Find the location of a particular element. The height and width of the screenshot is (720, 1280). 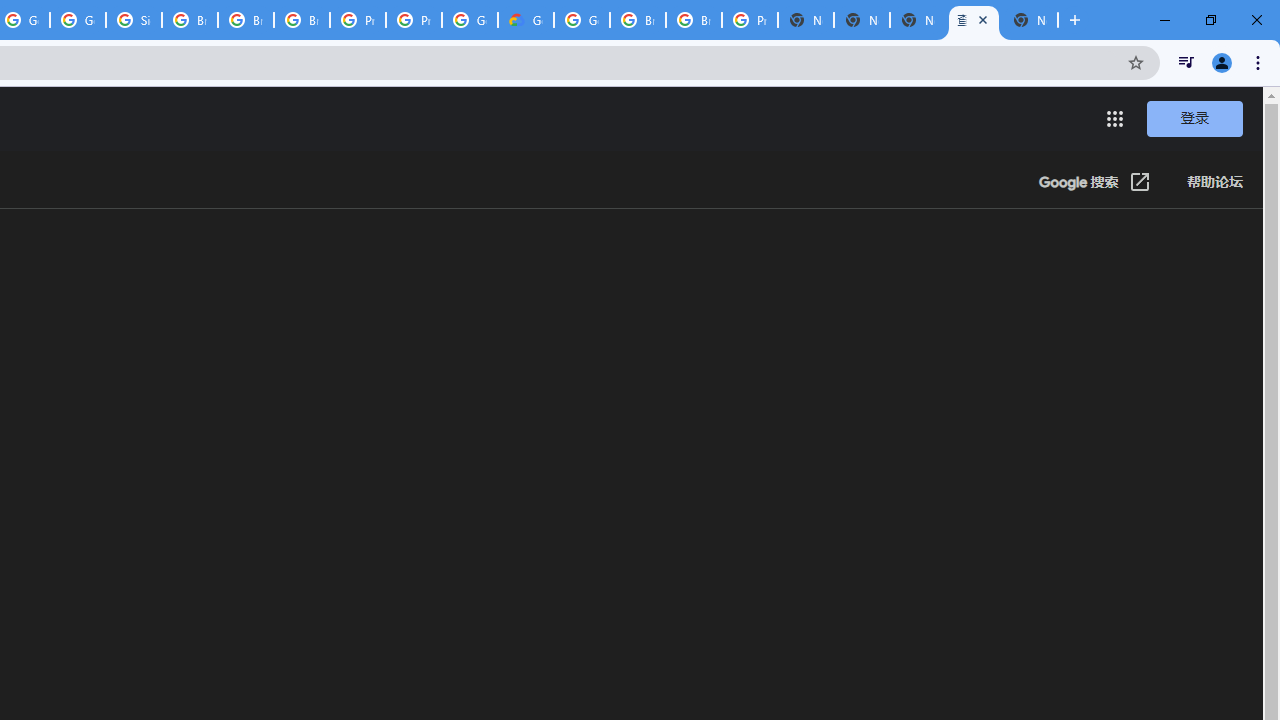

'Browse Chrome as a guest - Computer - Google Chrome Help' is located at coordinates (244, 20).